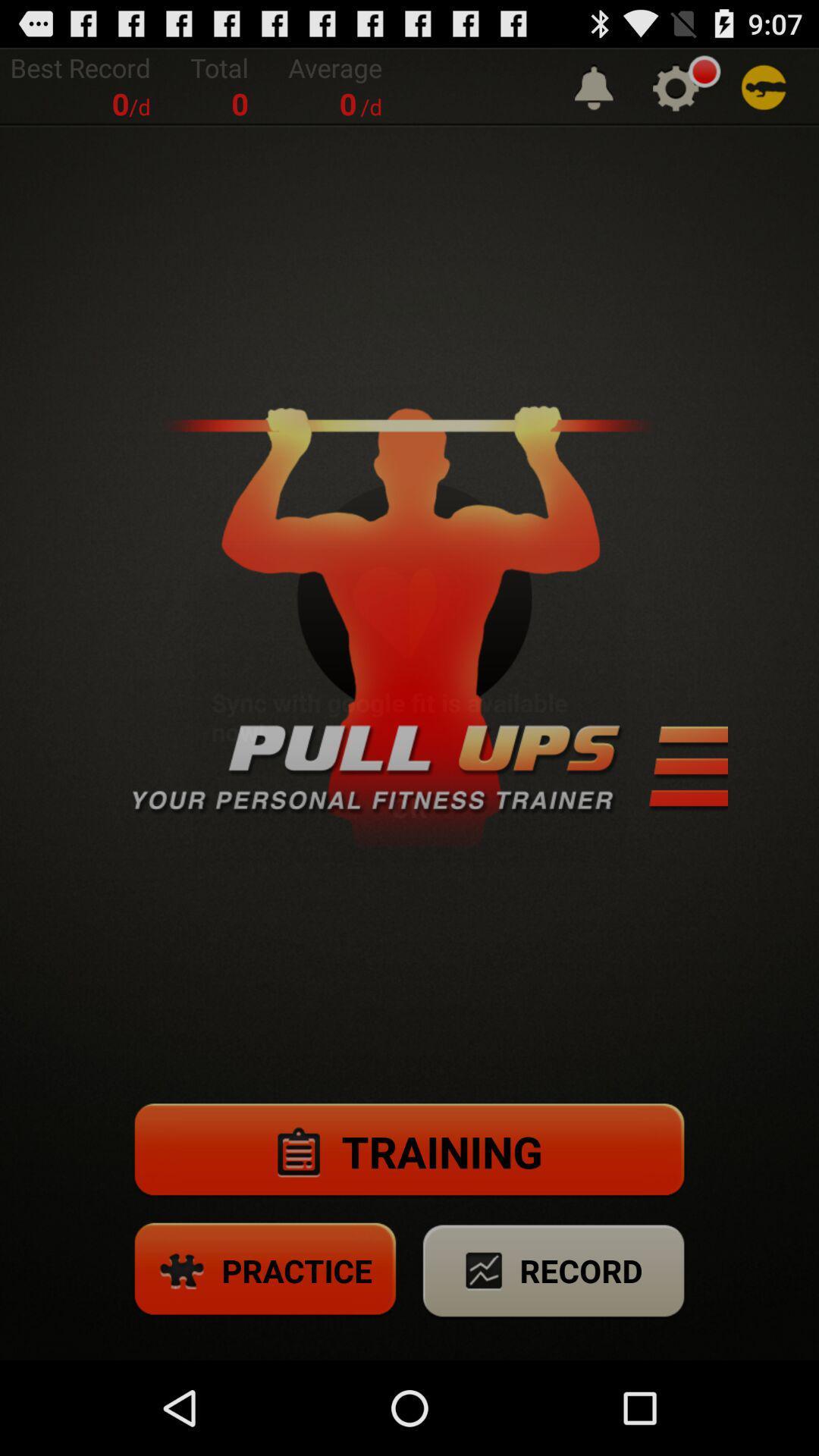 The width and height of the screenshot is (819, 1456). What do you see at coordinates (593, 86) in the screenshot?
I see `the icon next to average item` at bounding box center [593, 86].